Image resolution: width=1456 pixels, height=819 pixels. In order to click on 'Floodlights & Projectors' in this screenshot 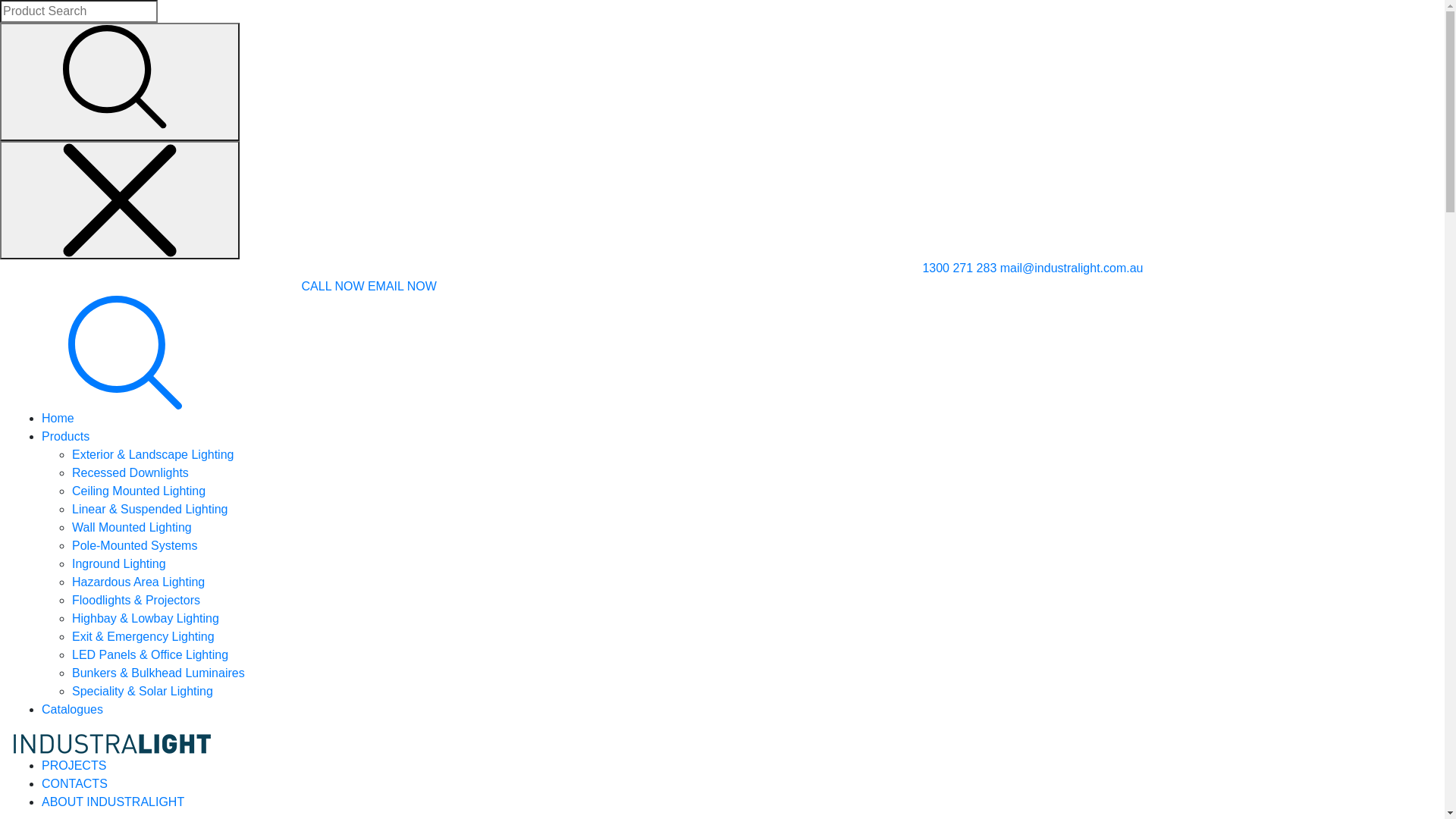, I will do `click(136, 599)`.